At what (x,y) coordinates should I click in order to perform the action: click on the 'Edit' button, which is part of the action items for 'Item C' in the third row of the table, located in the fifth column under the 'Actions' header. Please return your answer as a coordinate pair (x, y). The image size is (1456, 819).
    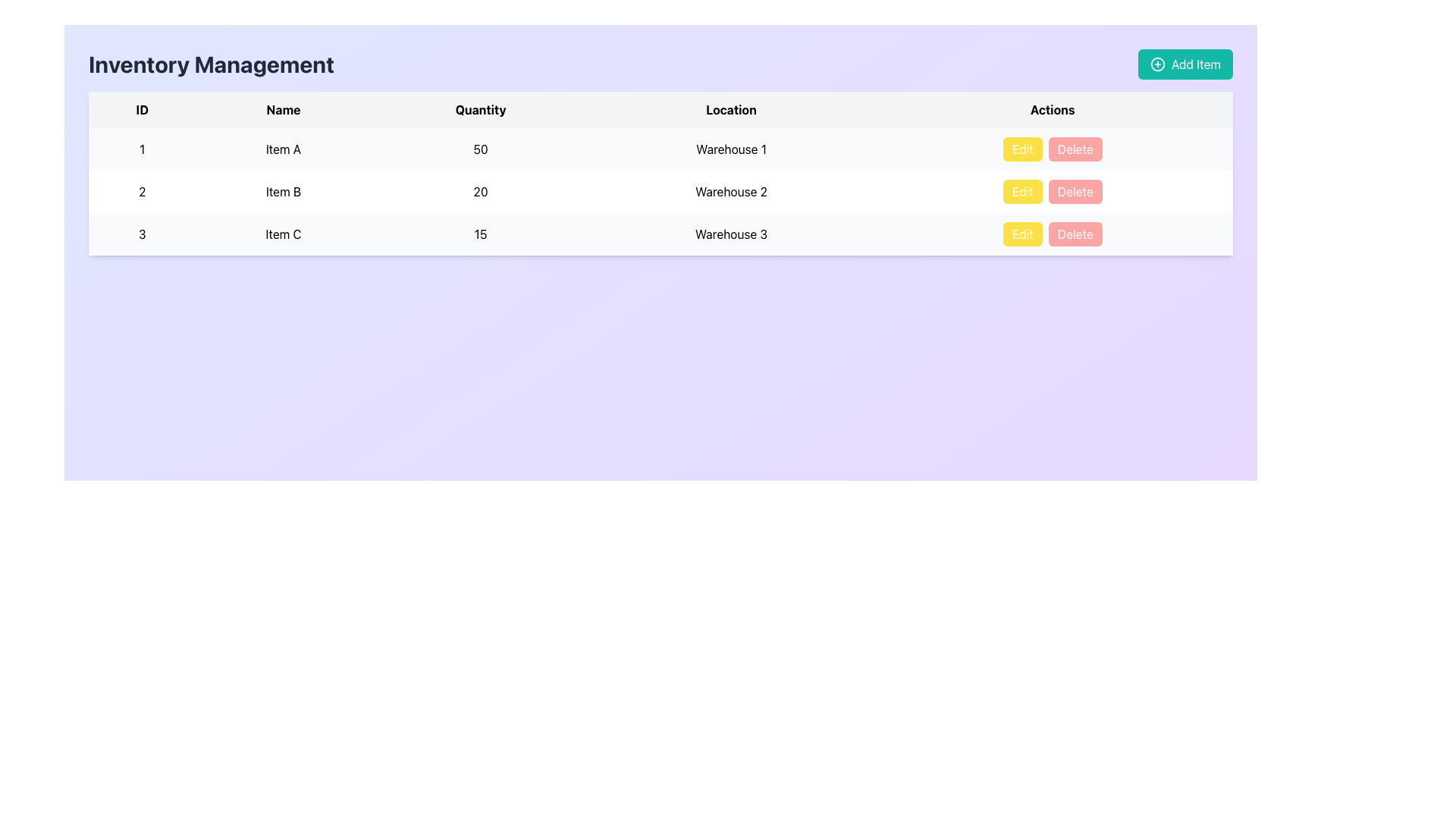
    Looking at the image, I should click on (1051, 234).